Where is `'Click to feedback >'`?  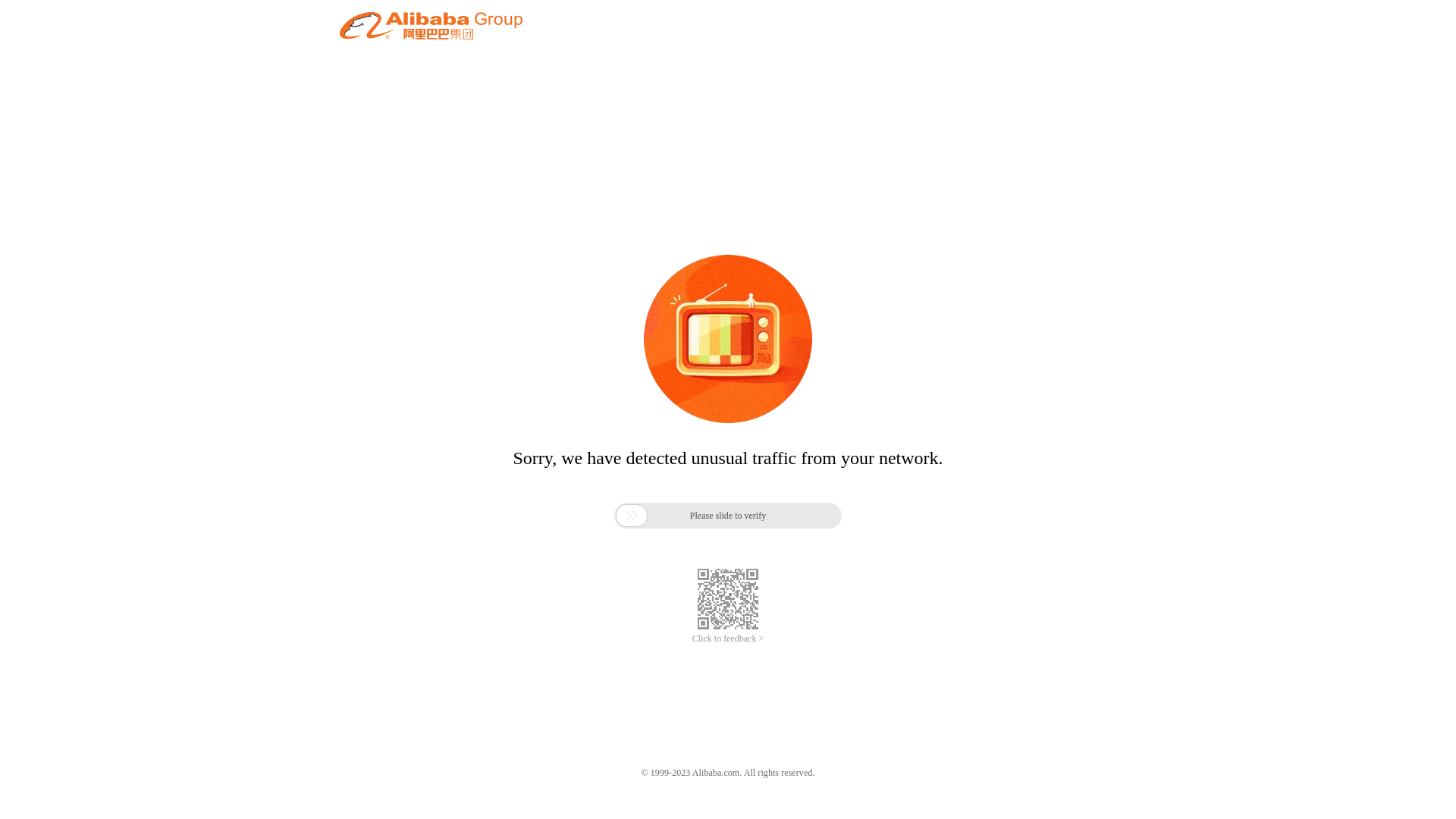
'Click to feedback >' is located at coordinates (728, 639).